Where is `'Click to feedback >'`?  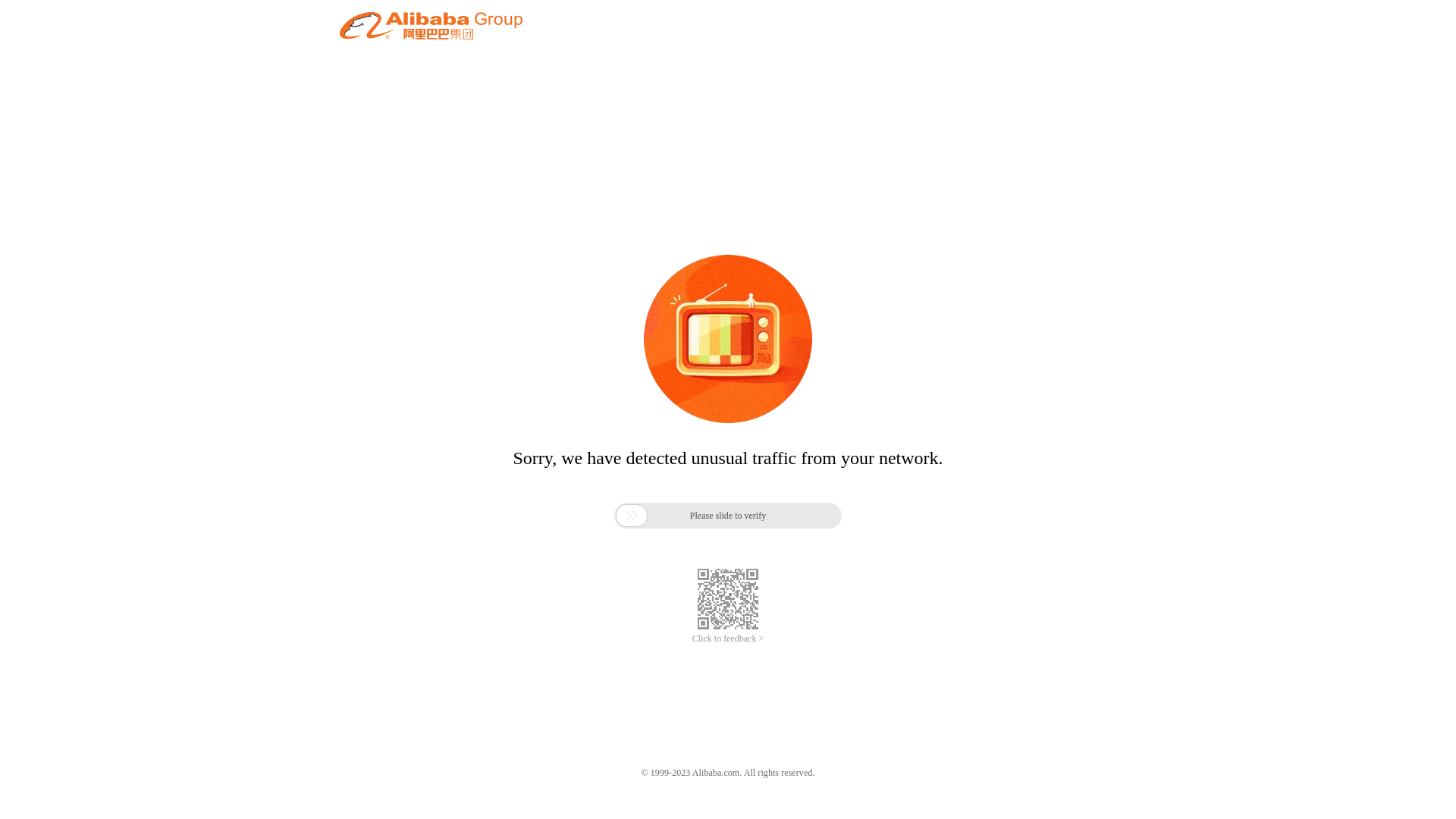
'Click to feedback >' is located at coordinates (728, 639).